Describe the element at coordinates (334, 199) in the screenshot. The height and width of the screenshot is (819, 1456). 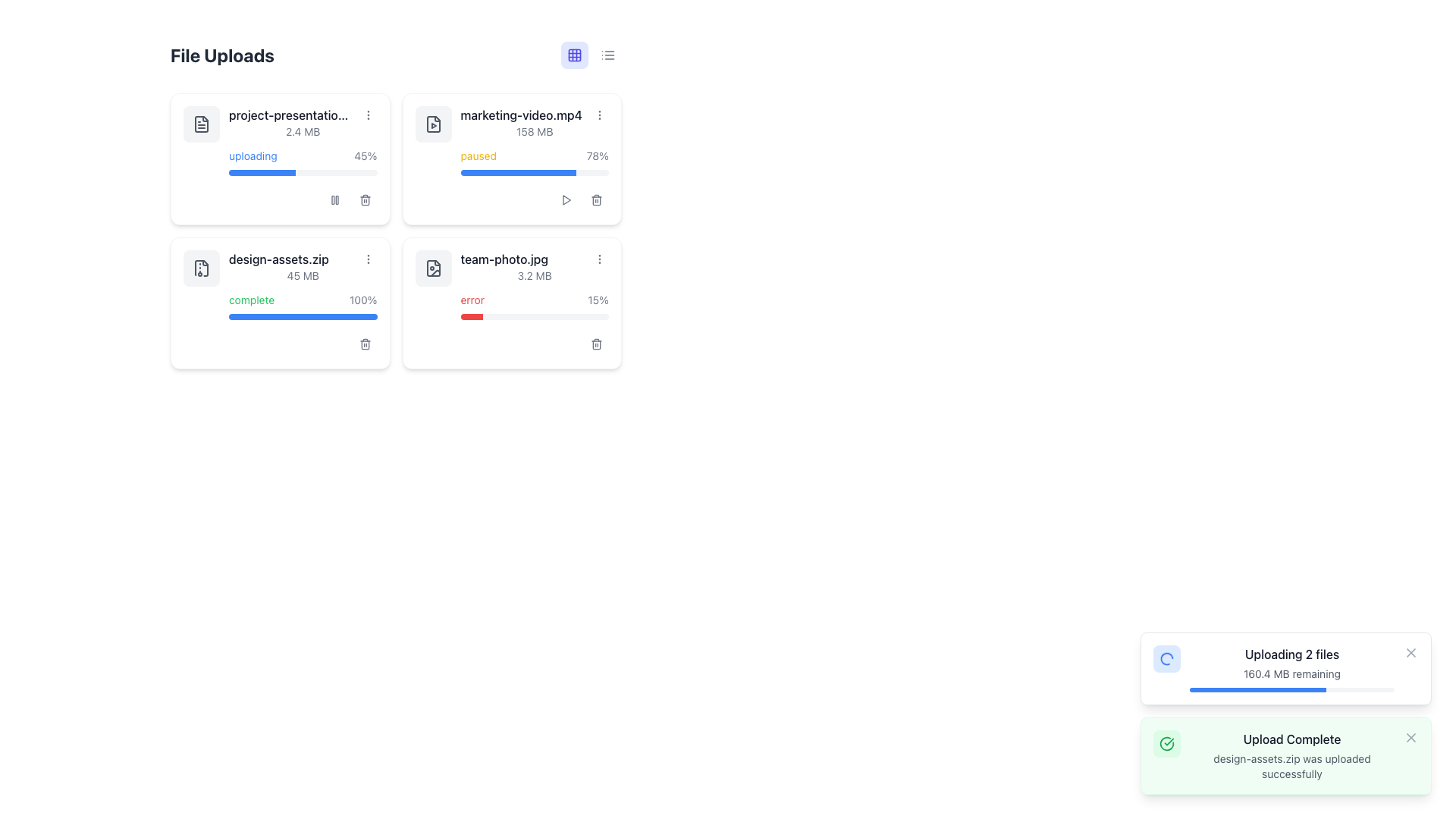
I see `the 'pause' icon, which is represented by two vertical bars with rounded corners, located in the control area of the 'marketing-video.mp4' card` at that location.